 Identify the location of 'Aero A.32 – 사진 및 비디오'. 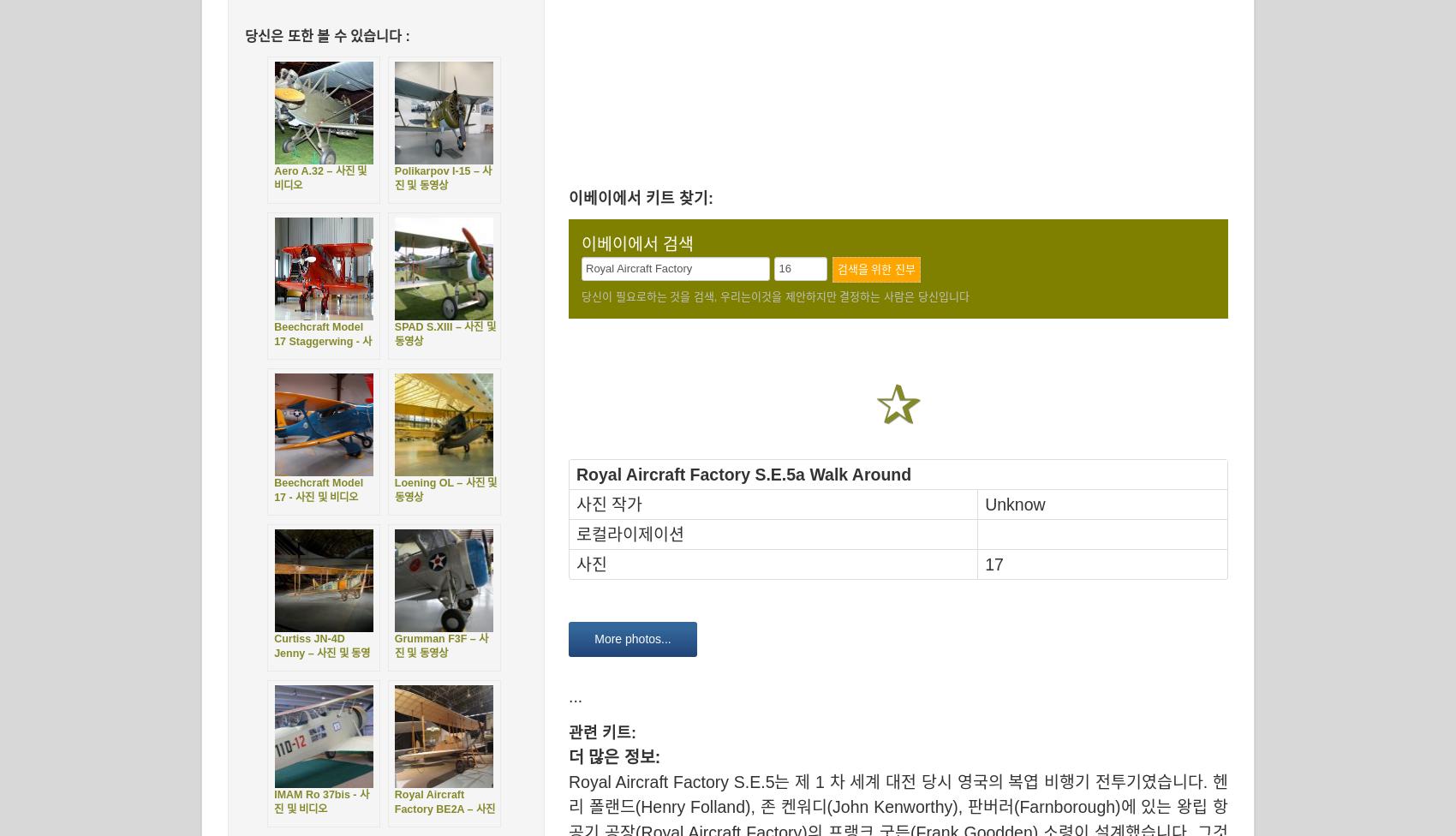
(319, 177).